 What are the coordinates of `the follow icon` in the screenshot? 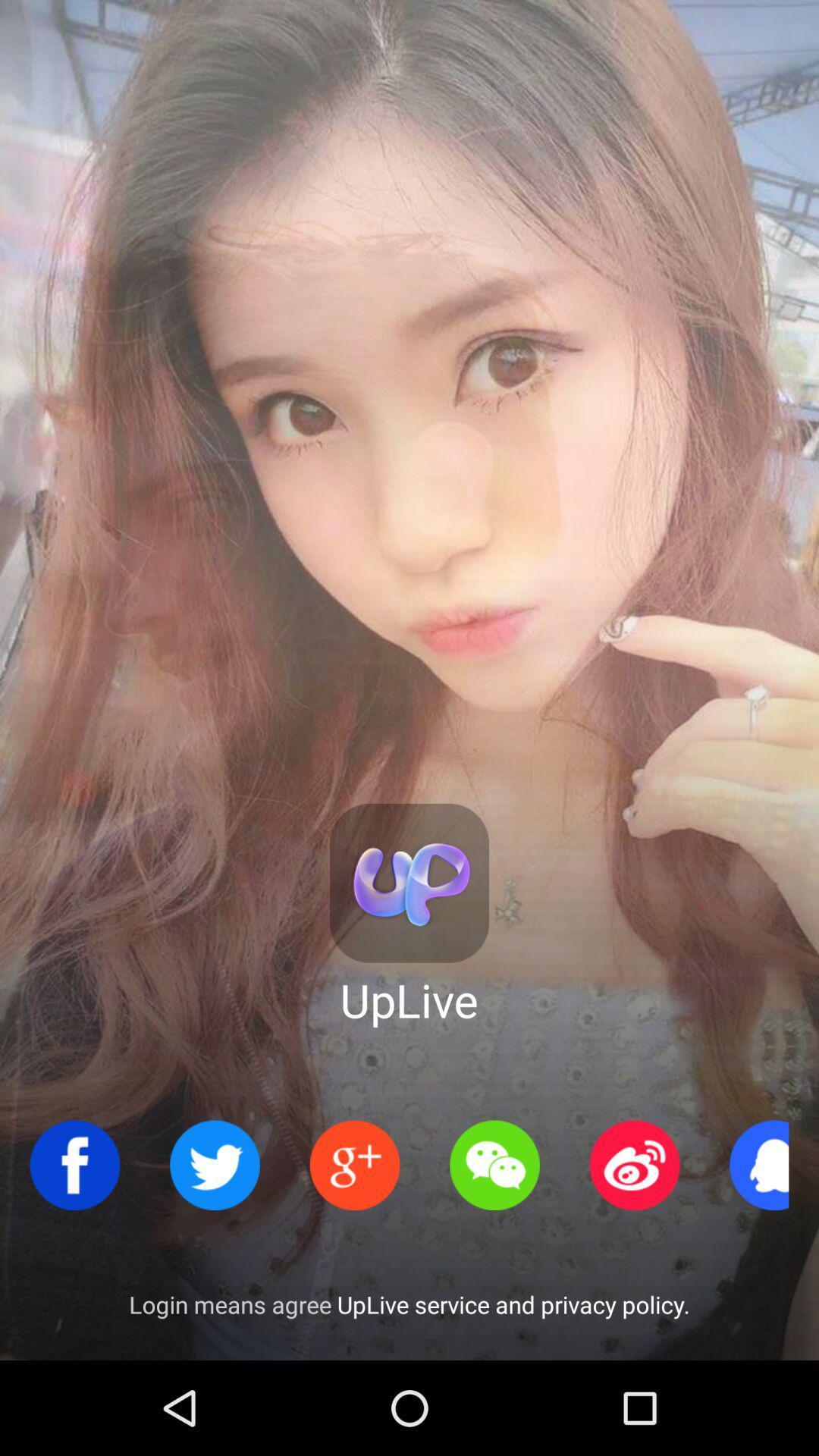 It's located at (354, 1164).